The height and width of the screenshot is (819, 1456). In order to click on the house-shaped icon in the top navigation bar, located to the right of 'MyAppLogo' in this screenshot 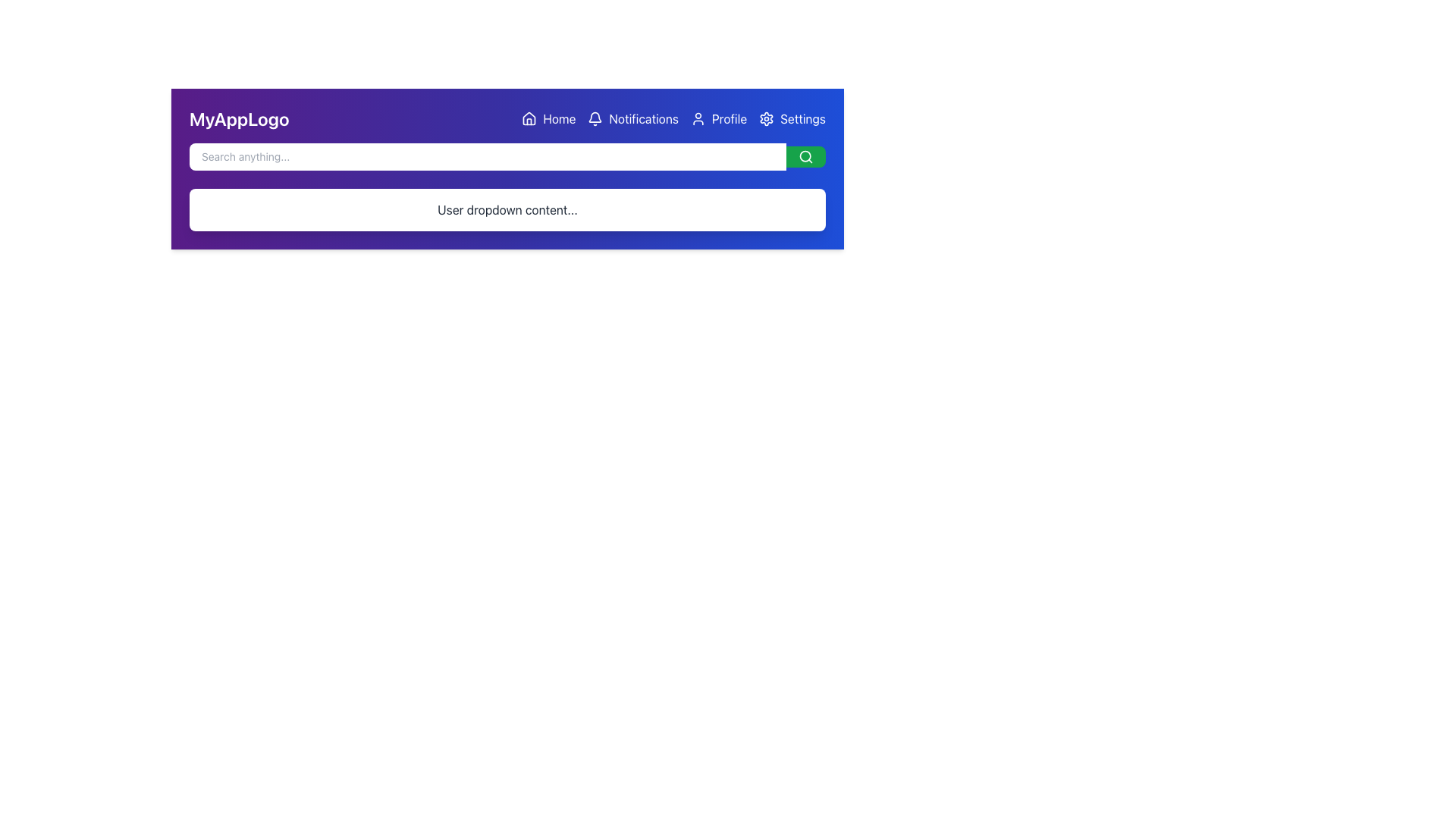, I will do `click(529, 118)`.